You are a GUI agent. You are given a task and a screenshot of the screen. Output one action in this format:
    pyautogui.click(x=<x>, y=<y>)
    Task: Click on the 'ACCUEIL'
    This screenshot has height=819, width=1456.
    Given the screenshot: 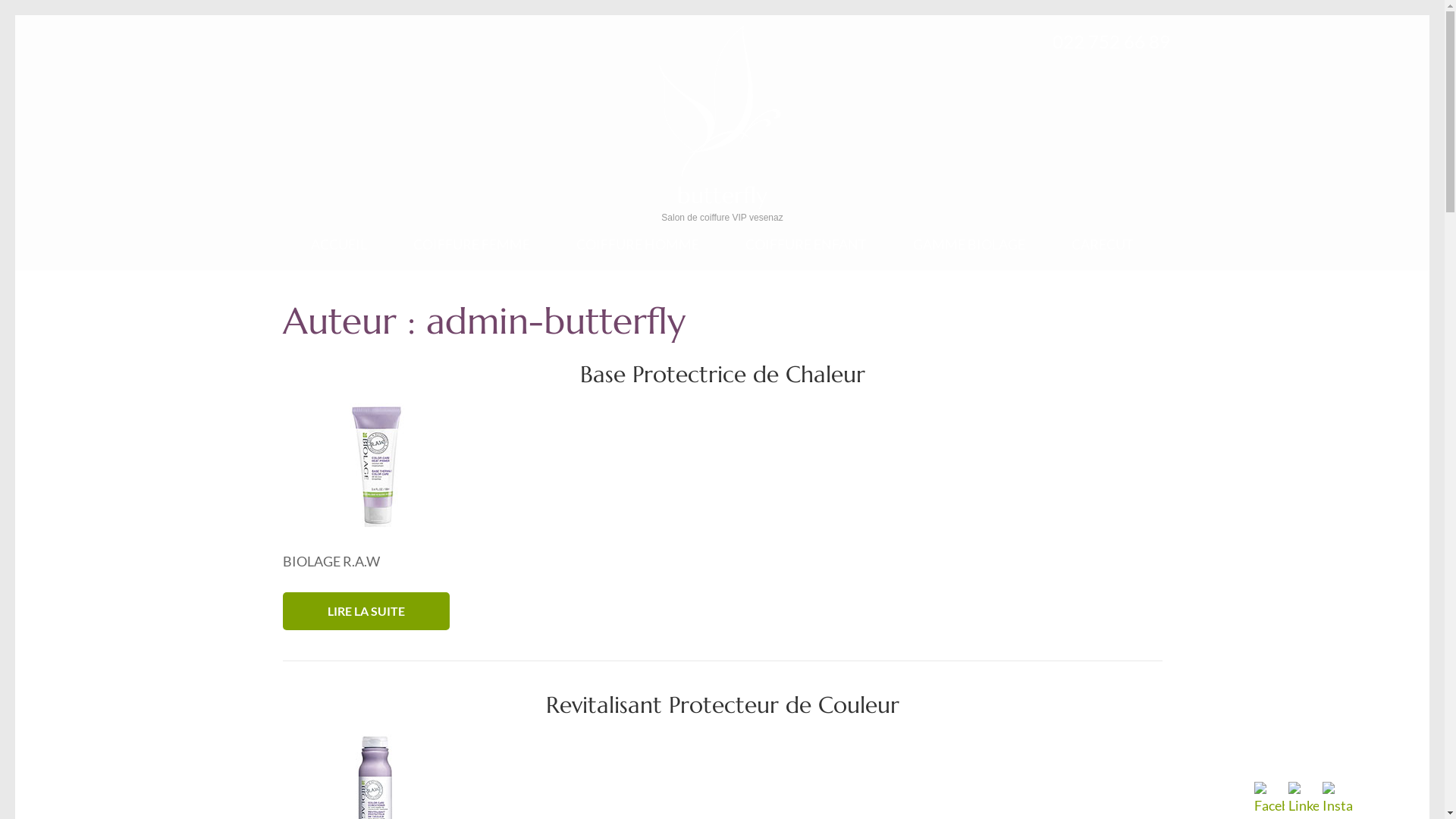 What is the action you would take?
    pyautogui.click(x=337, y=253)
    